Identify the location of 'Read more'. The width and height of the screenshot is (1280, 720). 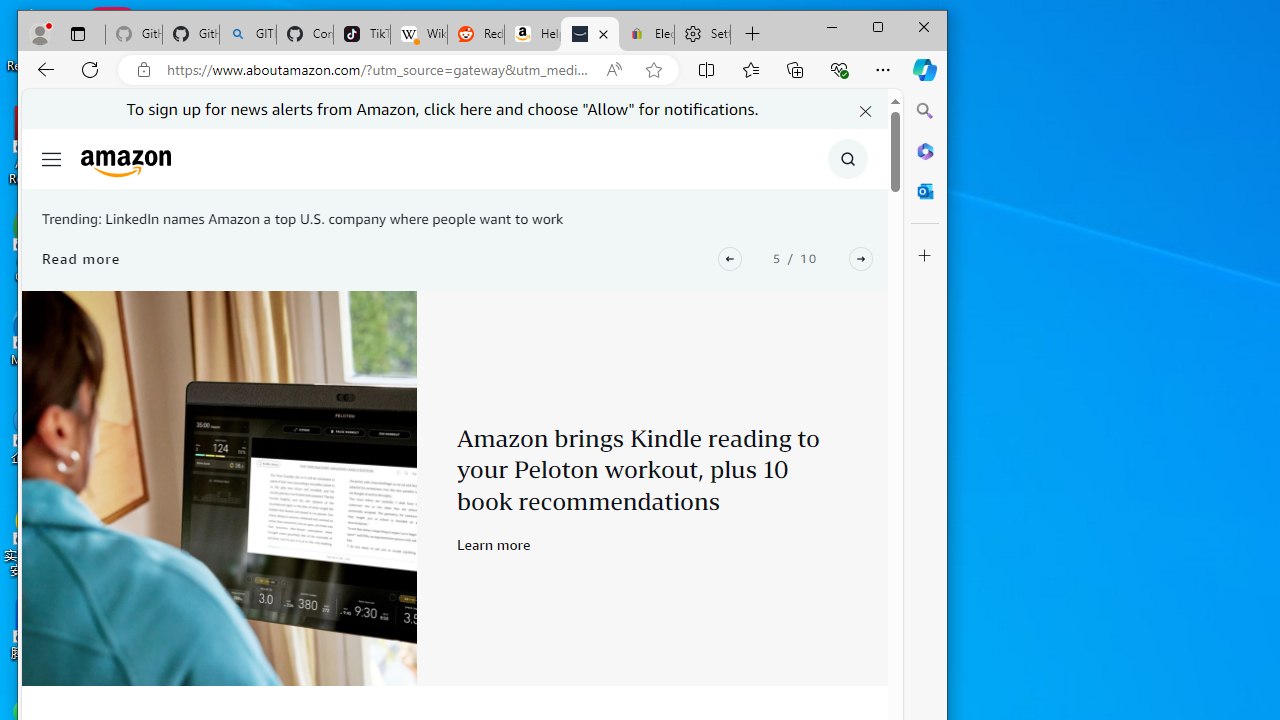
(80, 257).